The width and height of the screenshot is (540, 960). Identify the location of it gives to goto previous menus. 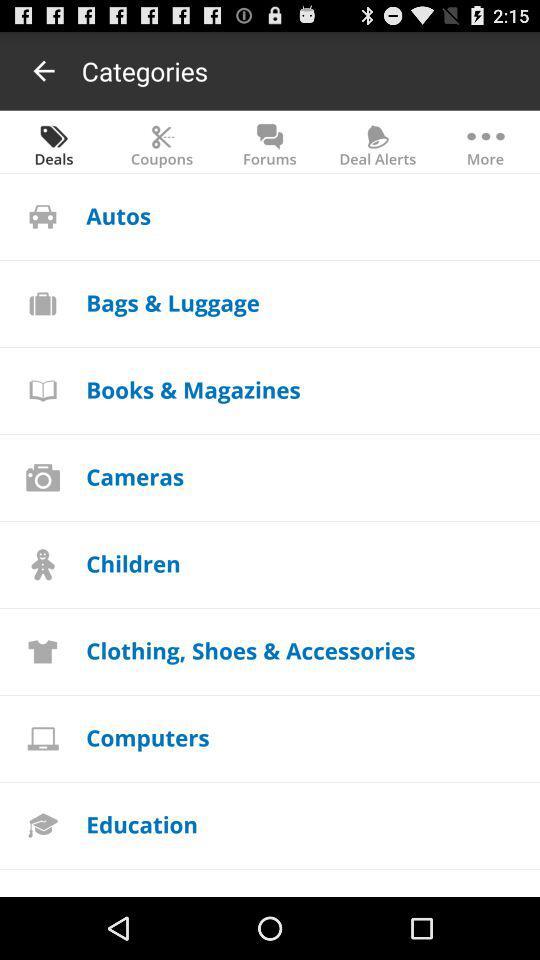
(44, 70).